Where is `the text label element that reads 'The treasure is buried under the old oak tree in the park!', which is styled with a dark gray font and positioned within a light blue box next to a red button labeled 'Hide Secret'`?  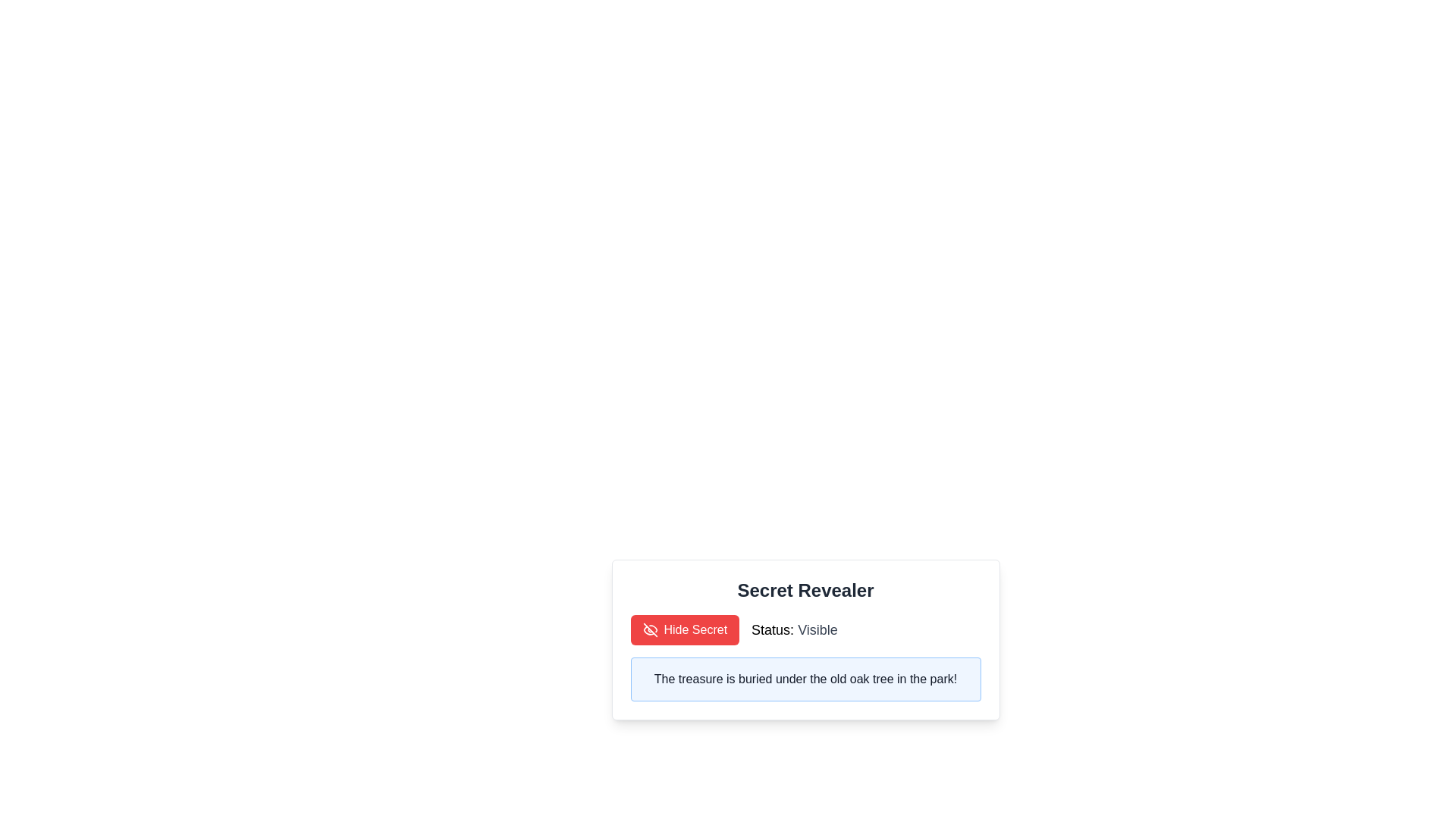
the text label element that reads 'The treasure is buried under the old oak tree in the park!', which is styled with a dark gray font and positioned within a light blue box next to a red button labeled 'Hide Secret' is located at coordinates (805, 678).